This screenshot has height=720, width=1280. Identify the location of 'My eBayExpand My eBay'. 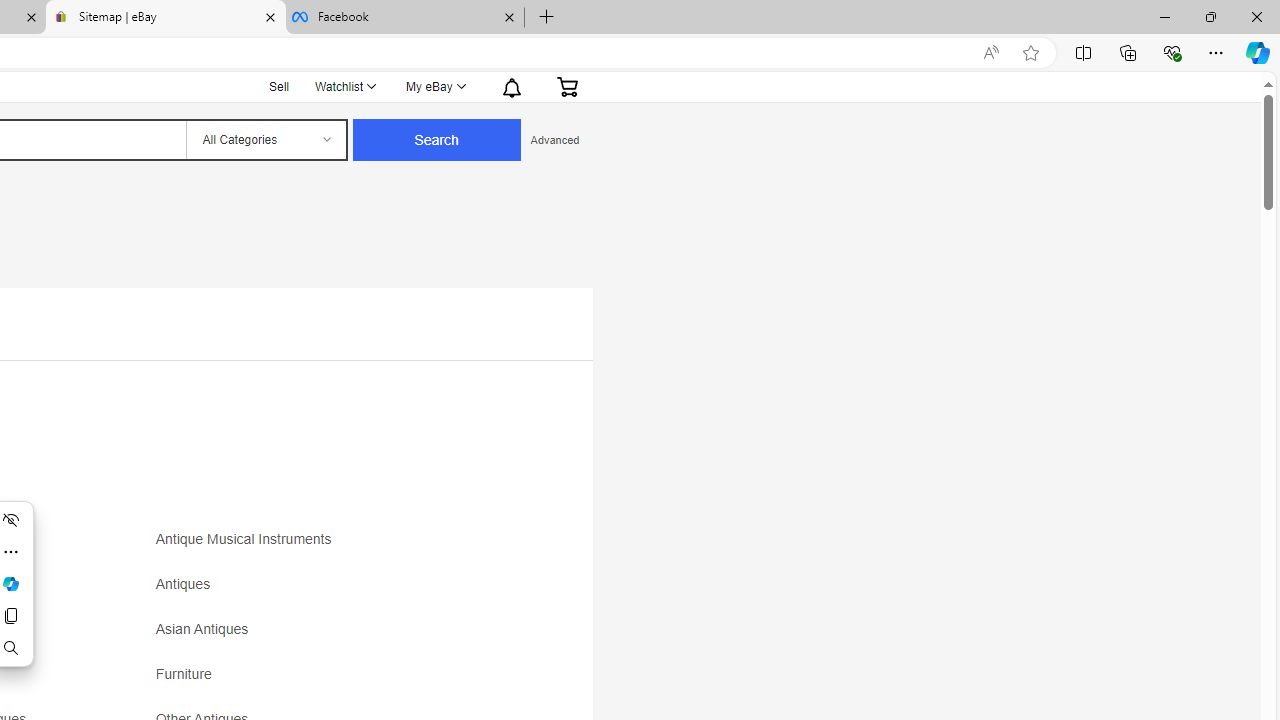
(434, 86).